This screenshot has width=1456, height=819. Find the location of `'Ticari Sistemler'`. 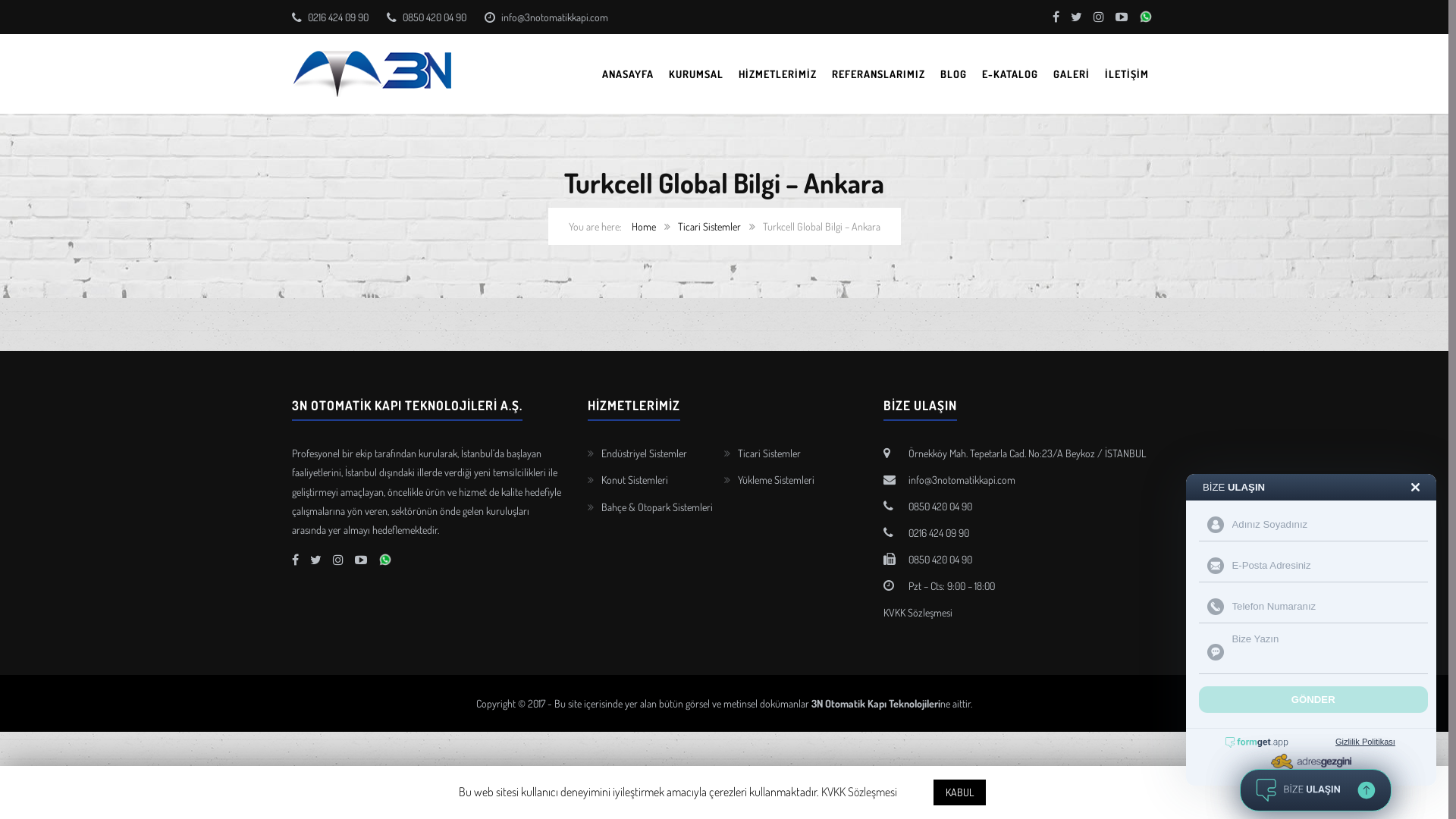

'Ticari Sistemler' is located at coordinates (708, 226).